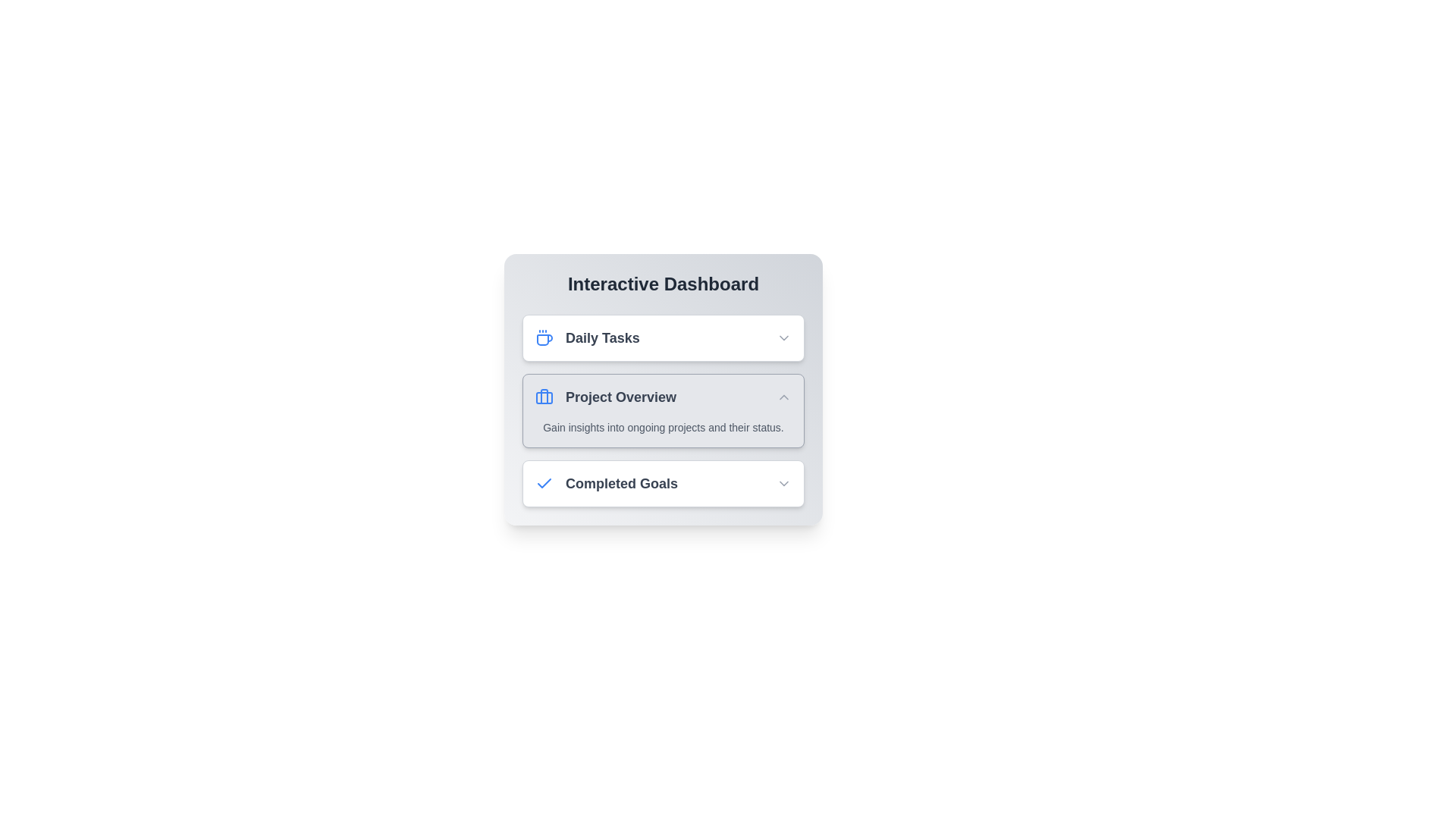 Image resolution: width=1456 pixels, height=819 pixels. What do you see at coordinates (544, 397) in the screenshot?
I see `the icon associated with Project Overview` at bounding box center [544, 397].